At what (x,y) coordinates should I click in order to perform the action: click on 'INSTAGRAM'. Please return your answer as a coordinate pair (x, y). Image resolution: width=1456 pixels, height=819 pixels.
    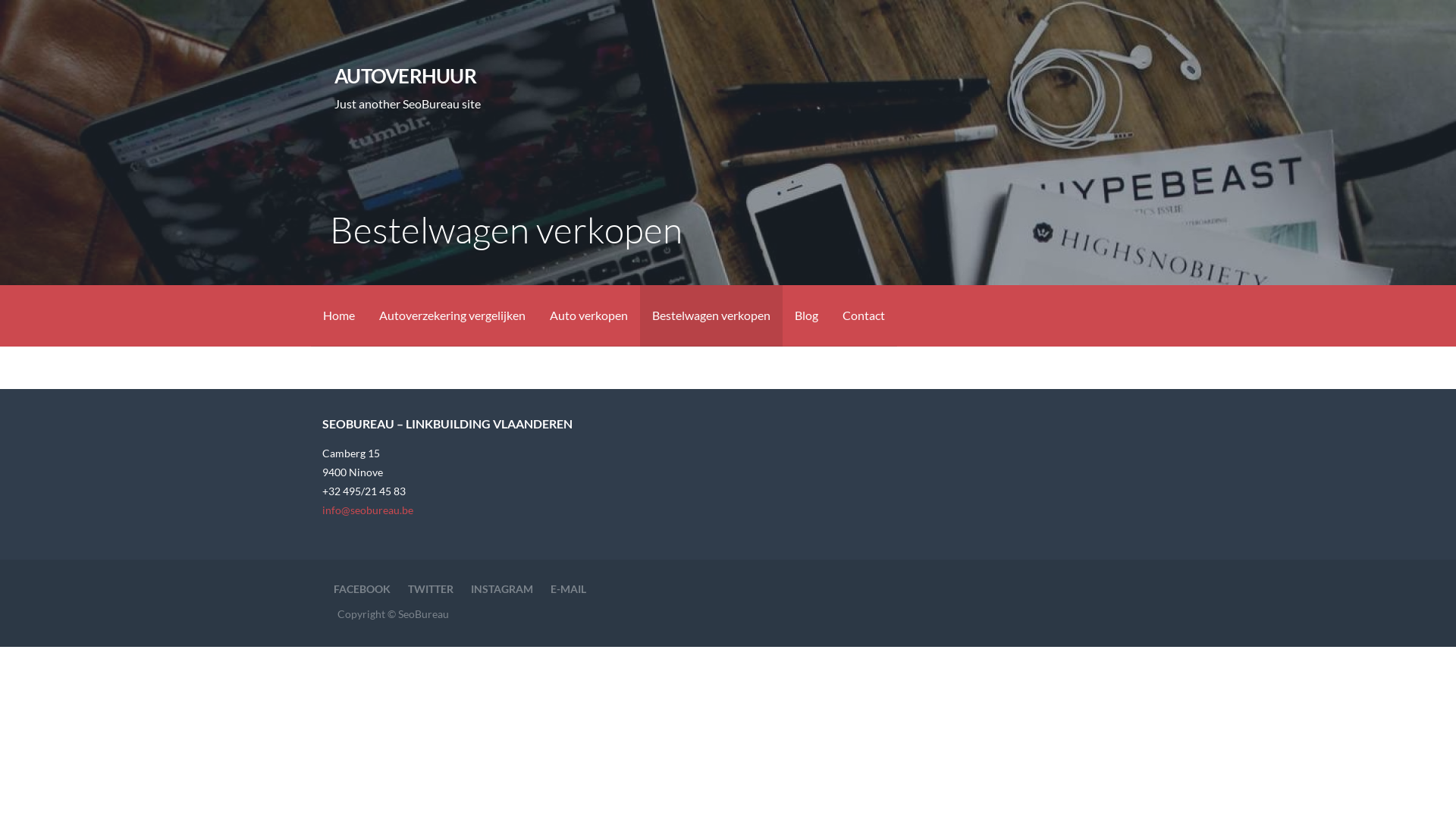
    Looking at the image, I should click on (502, 588).